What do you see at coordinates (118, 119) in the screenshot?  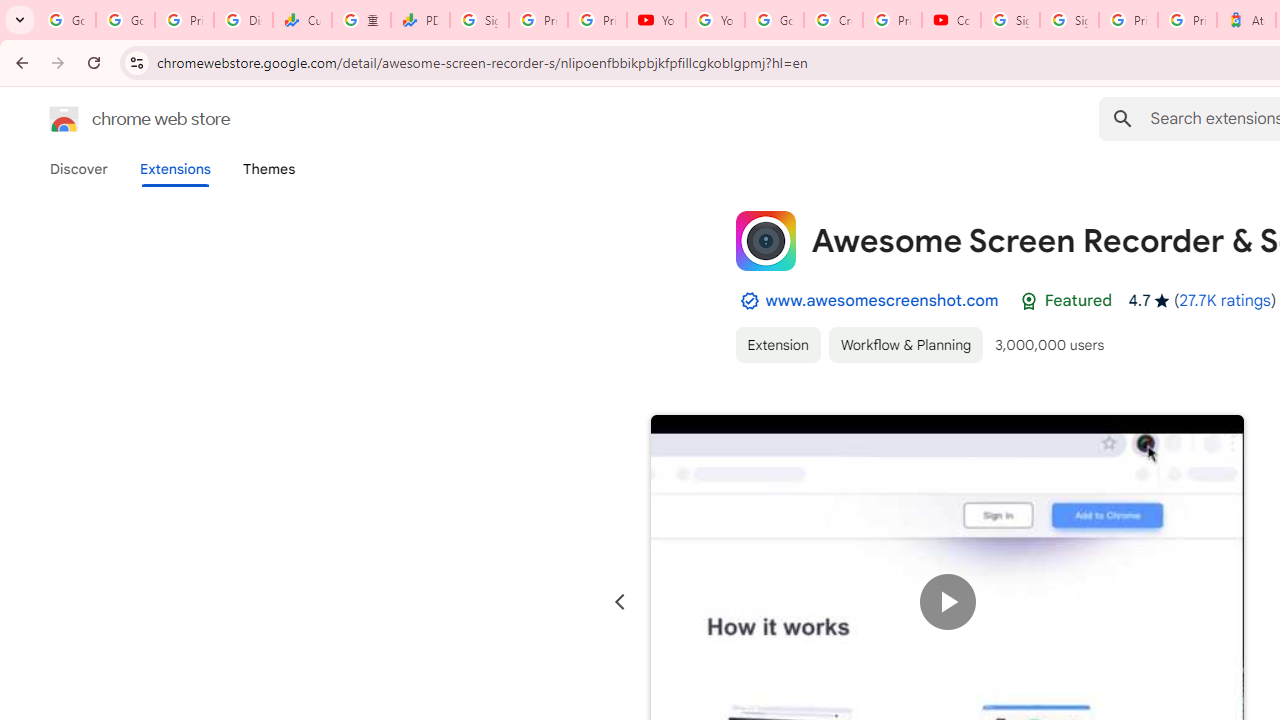 I see `'Chrome Web Store logo chrome web store'` at bounding box center [118, 119].